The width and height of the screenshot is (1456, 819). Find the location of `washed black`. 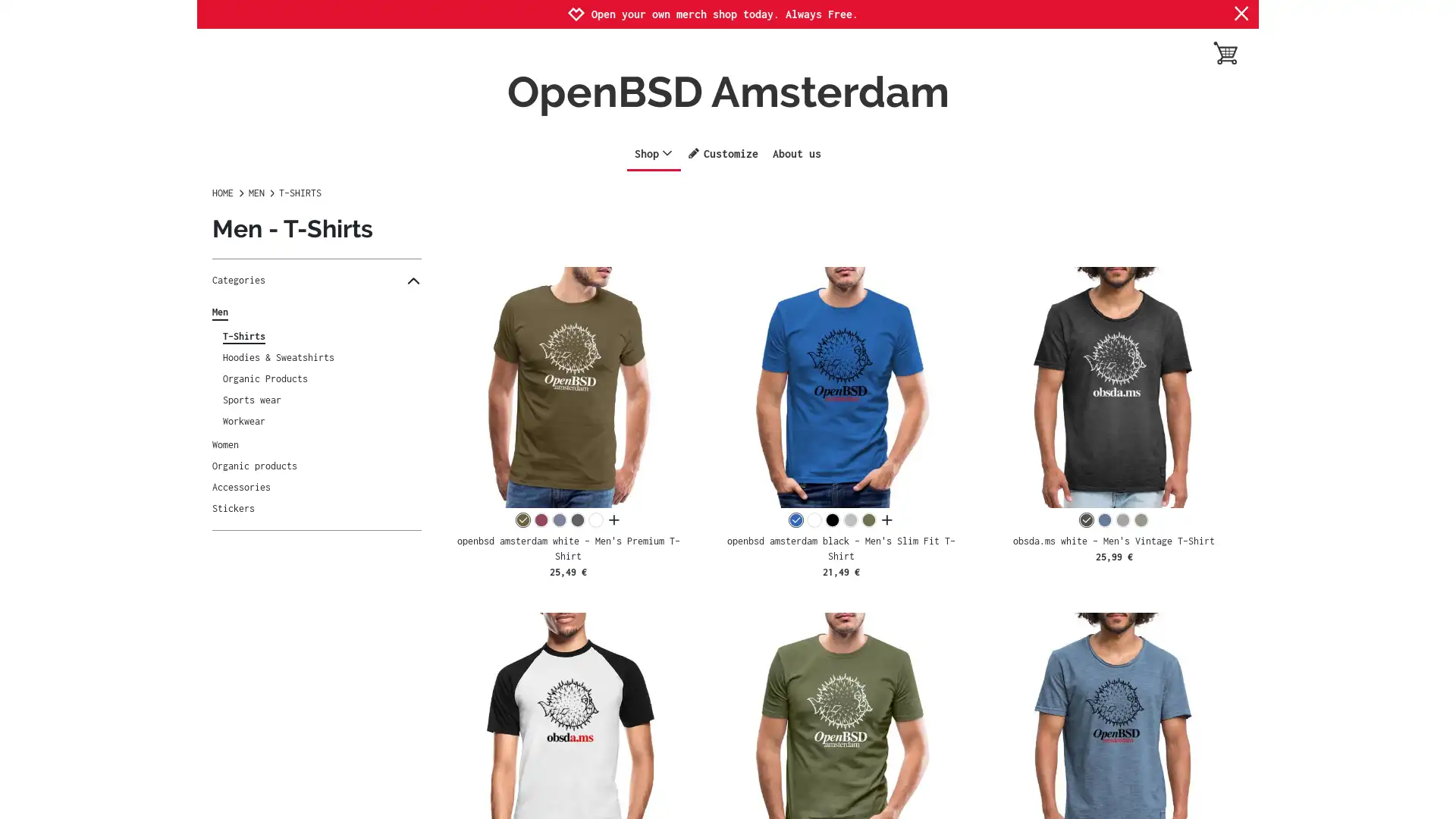

washed black is located at coordinates (1086, 519).